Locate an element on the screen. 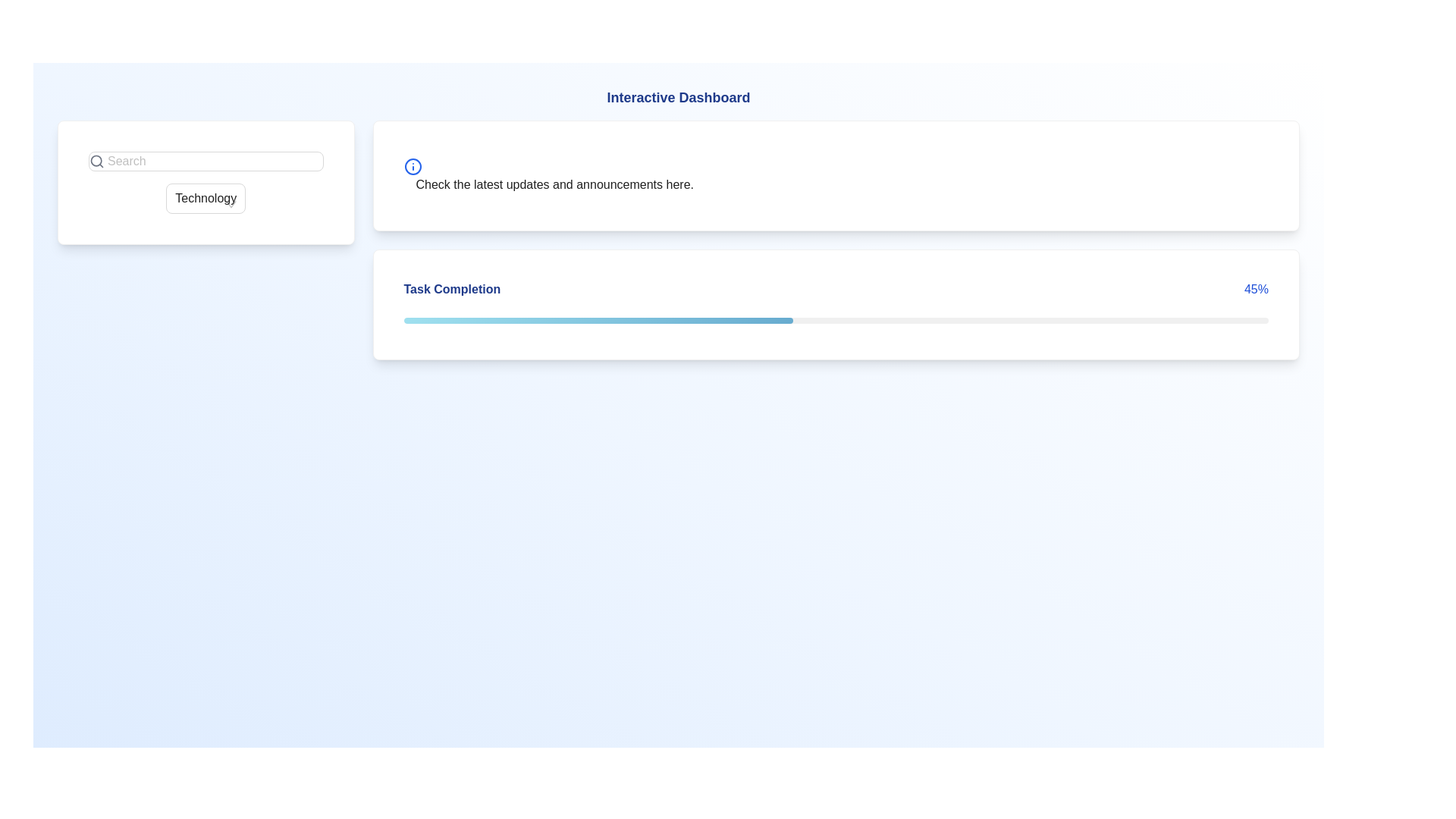 This screenshot has height=819, width=1456. the non-interactive icon (circle component) located at the top-right card containing the text 'Check the latest updates and announcements here.' is located at coordinates (413, 166).